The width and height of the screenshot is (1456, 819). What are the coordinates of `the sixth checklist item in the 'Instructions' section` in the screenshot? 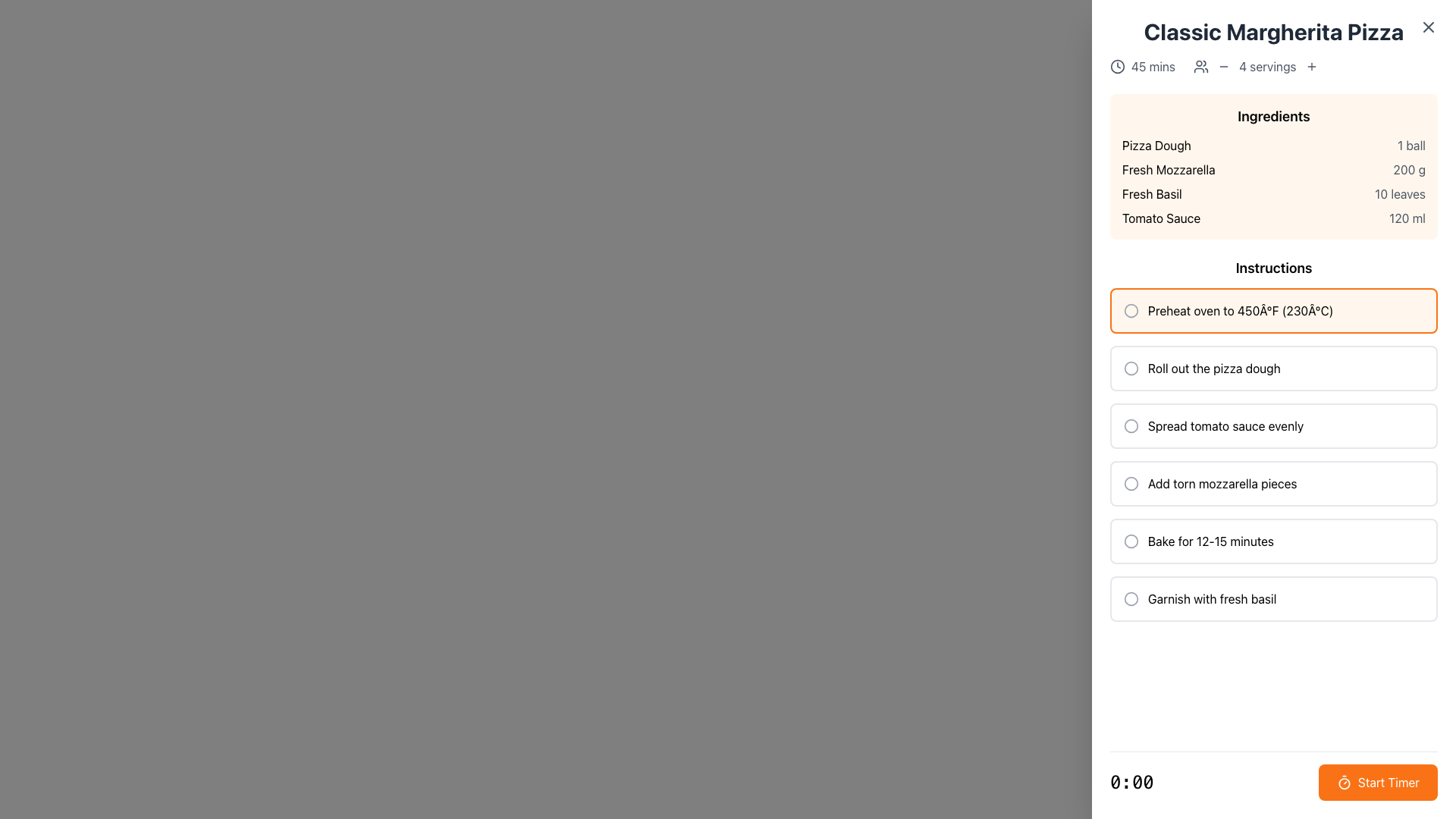 It's located at (1274, 598).